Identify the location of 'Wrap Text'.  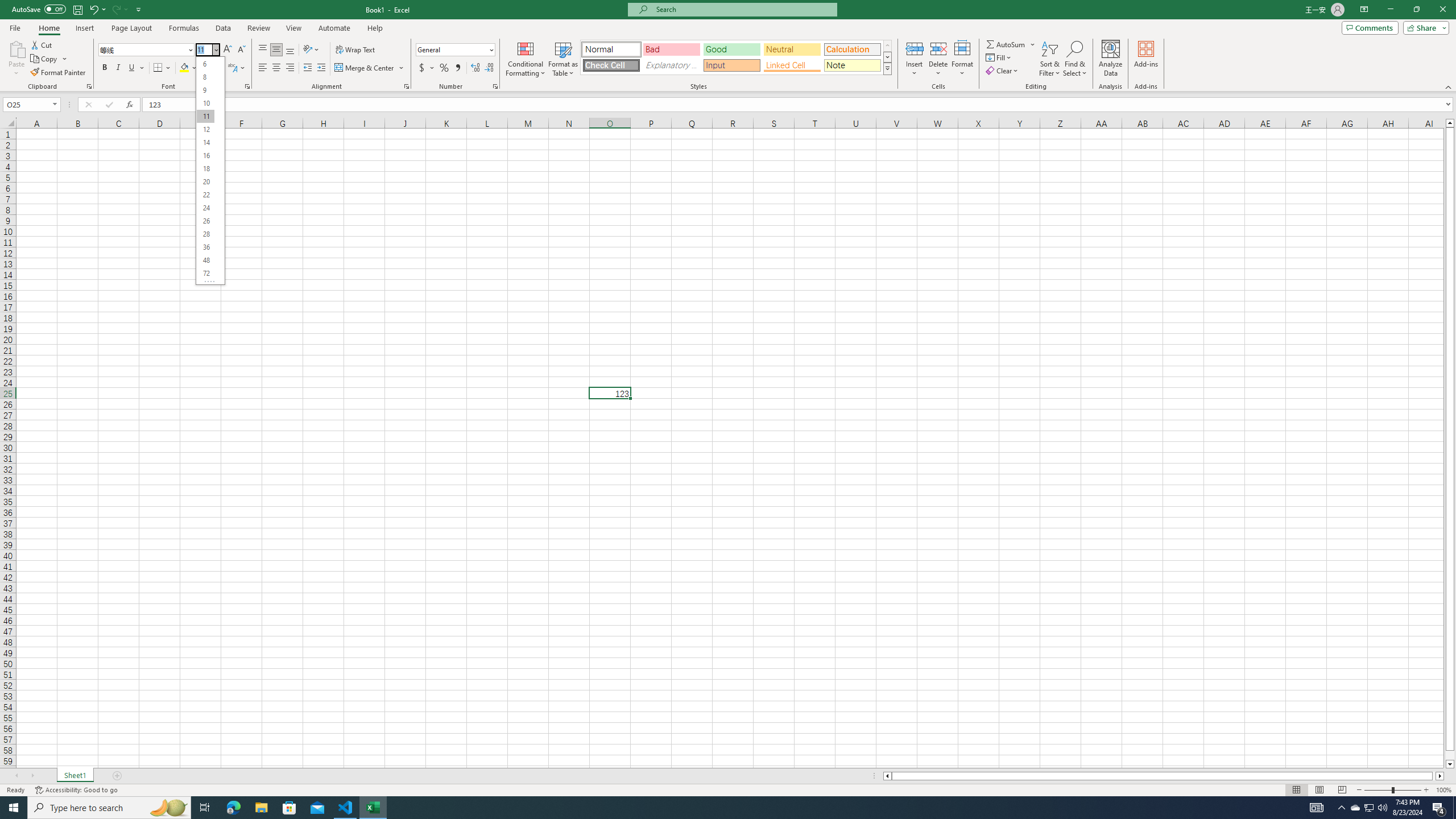
(355, 49).